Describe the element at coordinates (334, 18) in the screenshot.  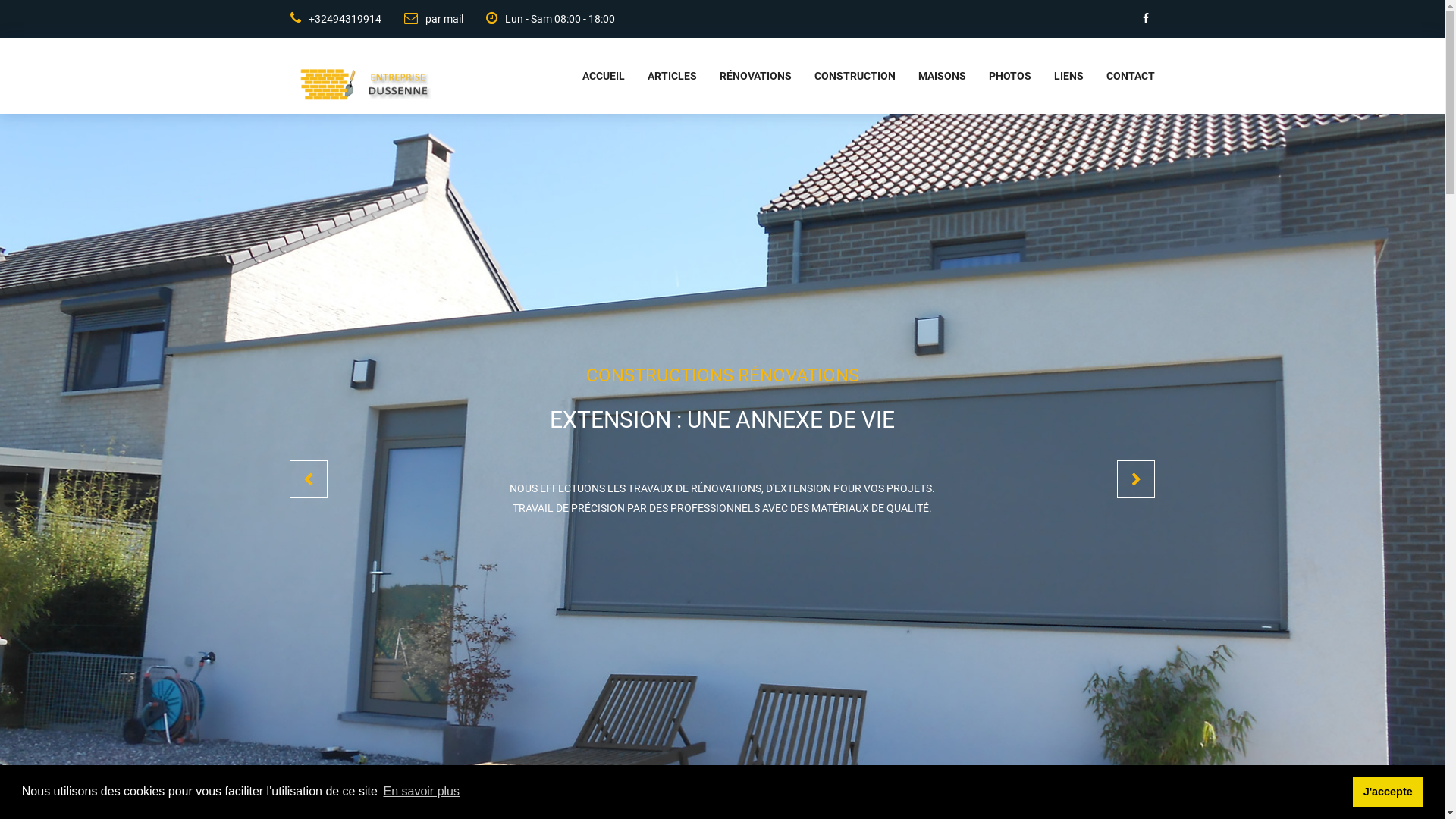
I see `'+32494319914'` at that location.